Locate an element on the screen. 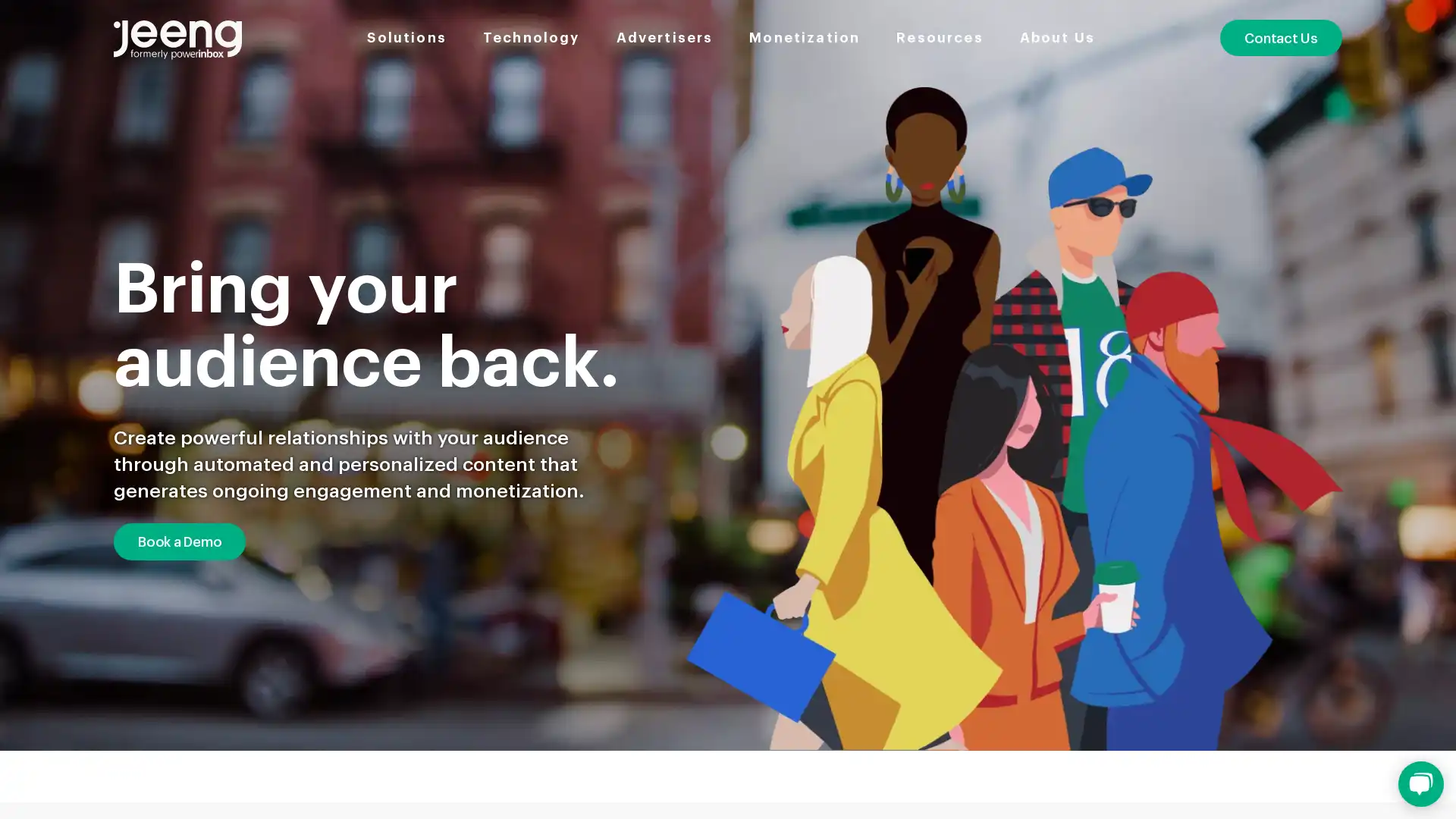  Go to slide 3 is located at coordinates (749, 769).